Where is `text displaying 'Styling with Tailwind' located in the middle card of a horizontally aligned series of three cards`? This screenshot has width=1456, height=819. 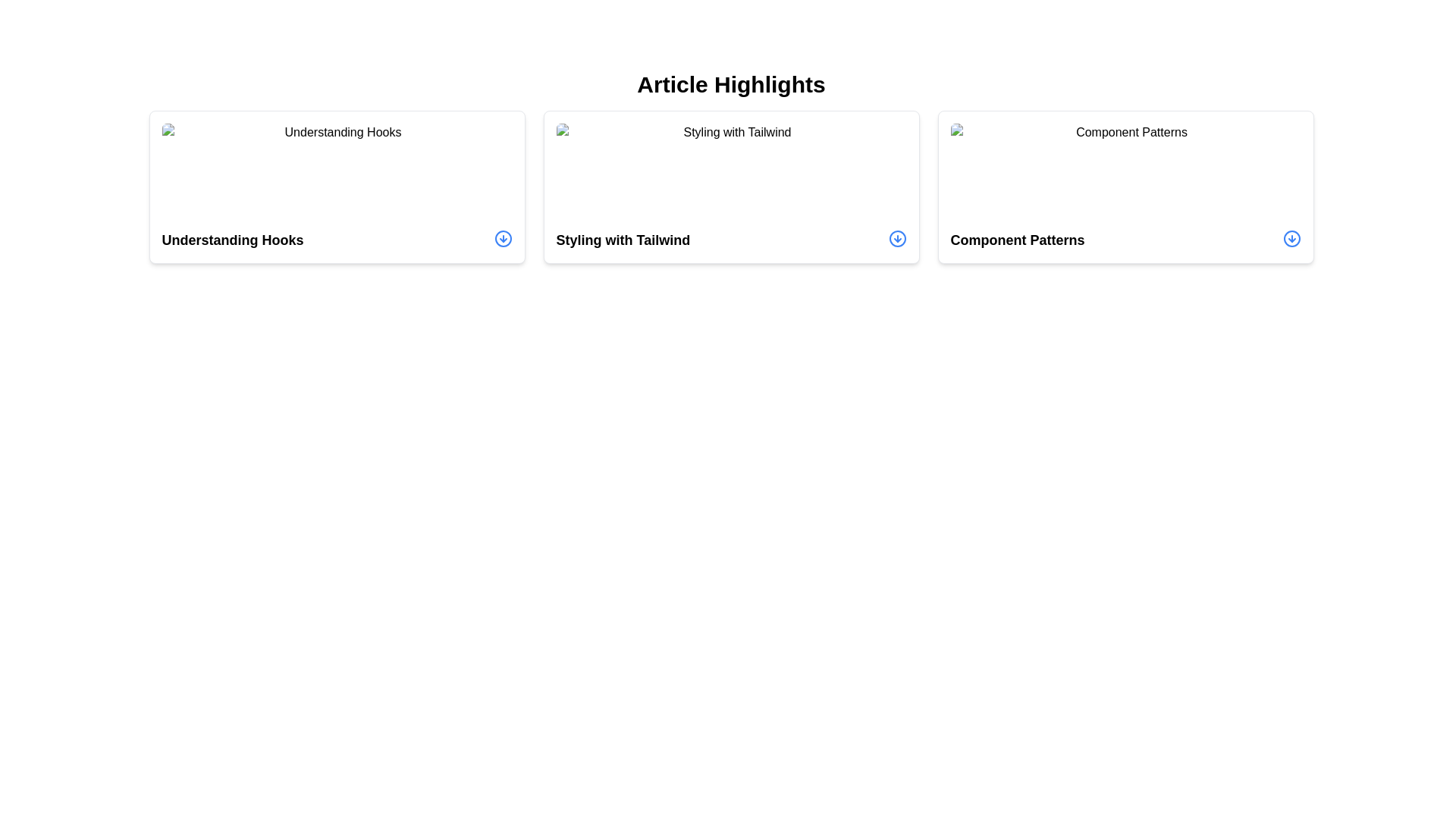 text displaying 'Styling with Tailwind' located in the middle card of a horizontally aligned series of three cards is located at coordinates (623, 239).